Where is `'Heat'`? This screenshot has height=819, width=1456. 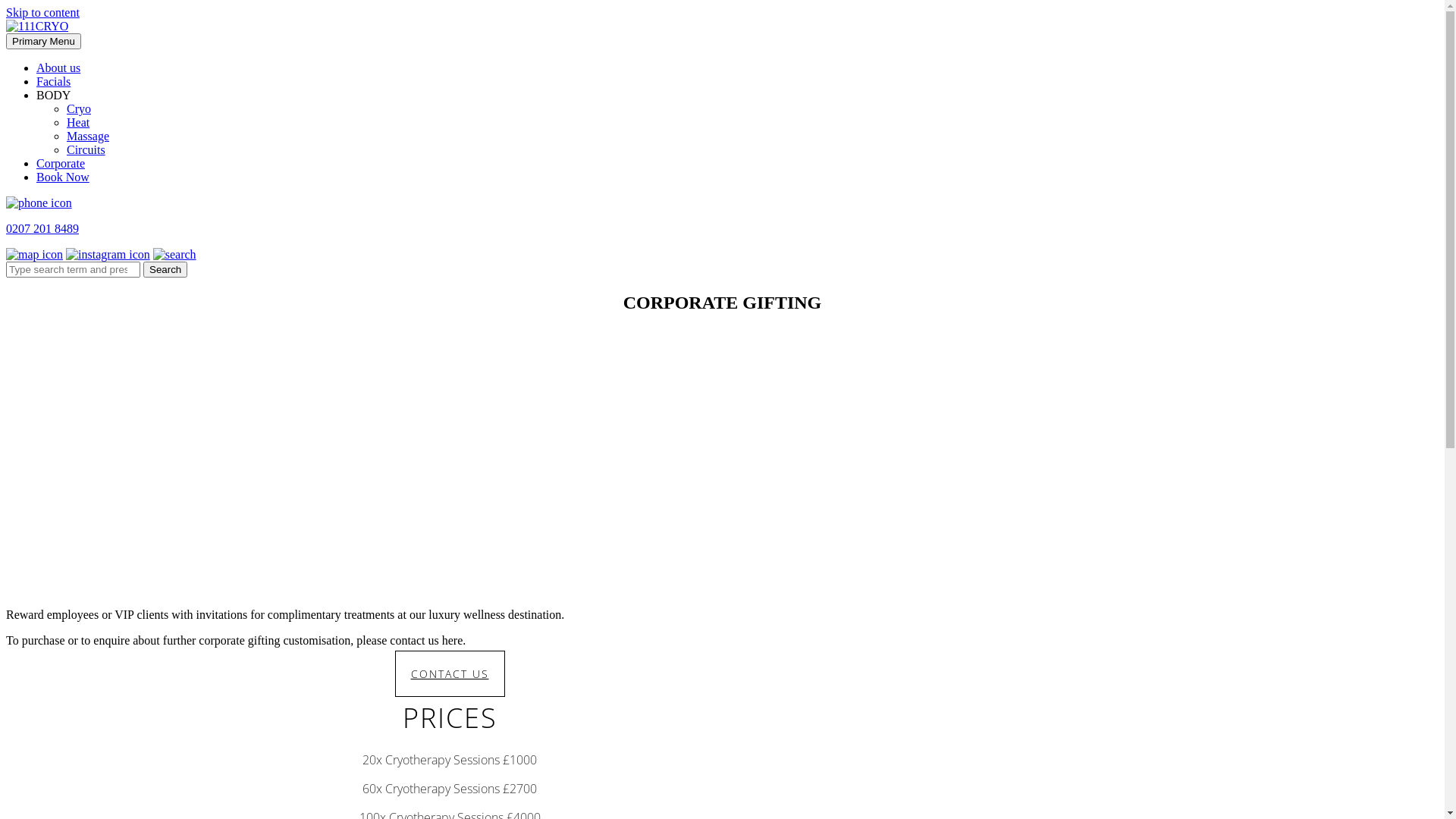
'Heat' is located at coordinates (65, 121).